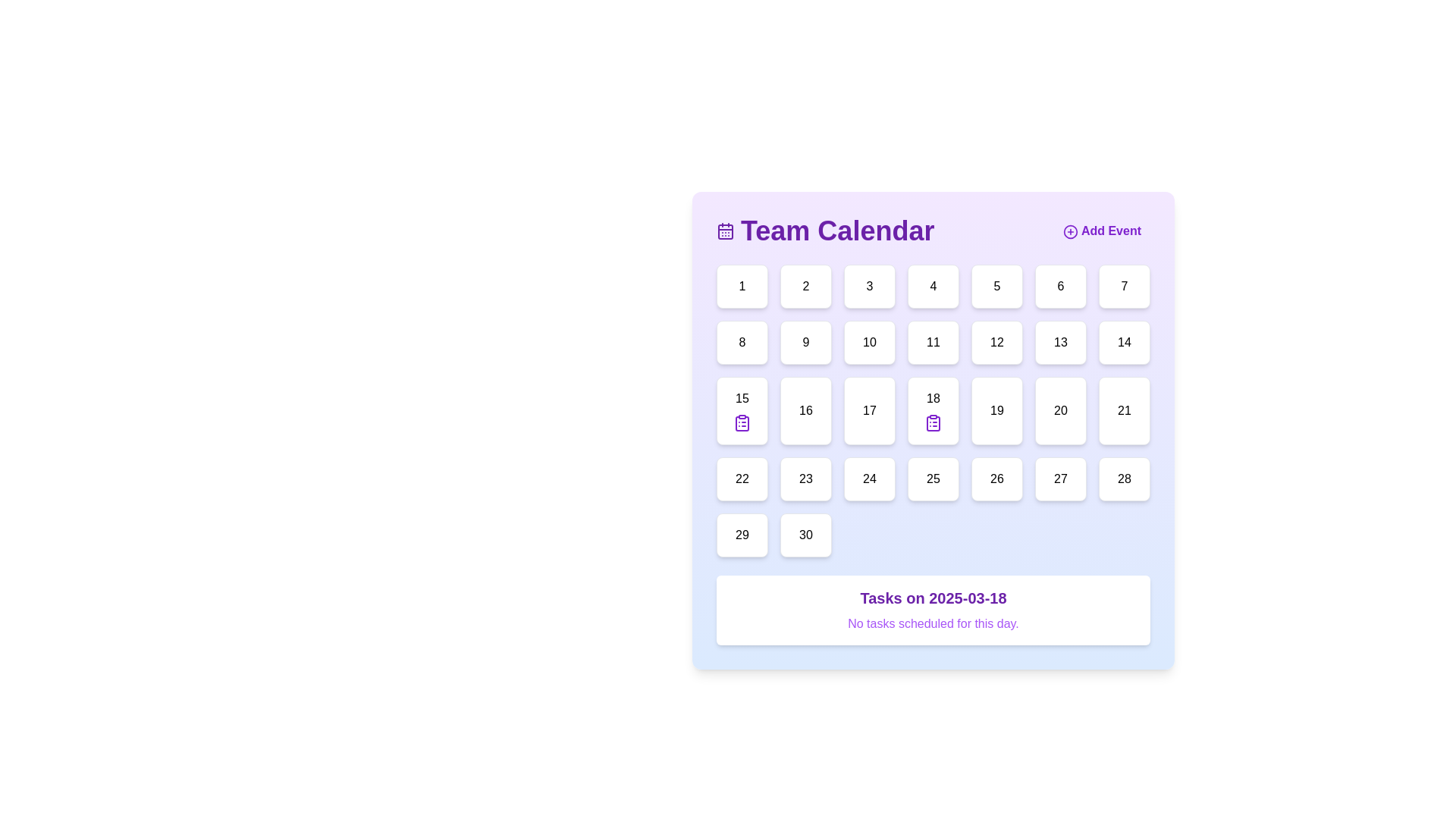  Describe the element at coordinates (932, 623) in the screenshot. I see `the informational text label that notifies users about no tasks scheduled for the selected day, located below the 'Tasks on 2025-03-18' heading` at that location.